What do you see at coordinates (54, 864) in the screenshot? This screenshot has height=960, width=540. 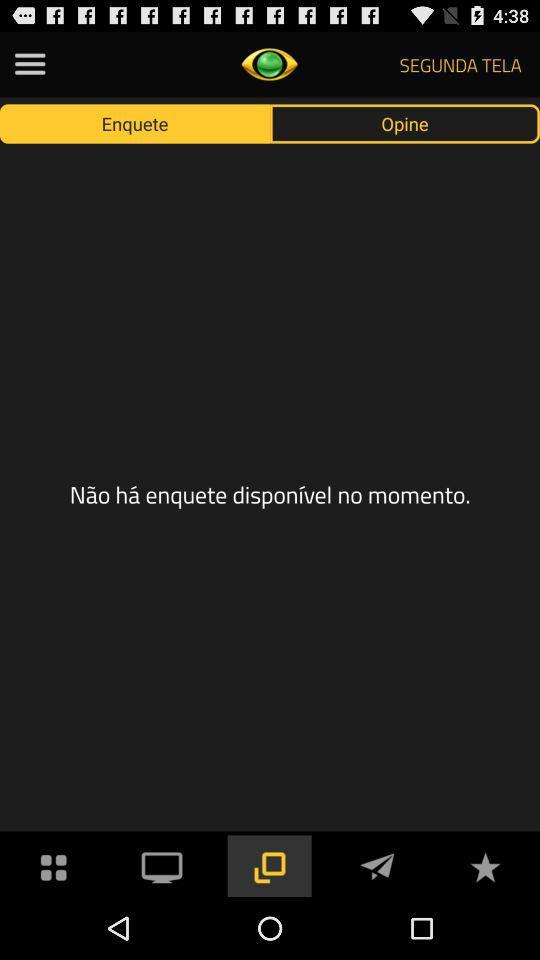 I see `main page` at bounding box center [54, 864].